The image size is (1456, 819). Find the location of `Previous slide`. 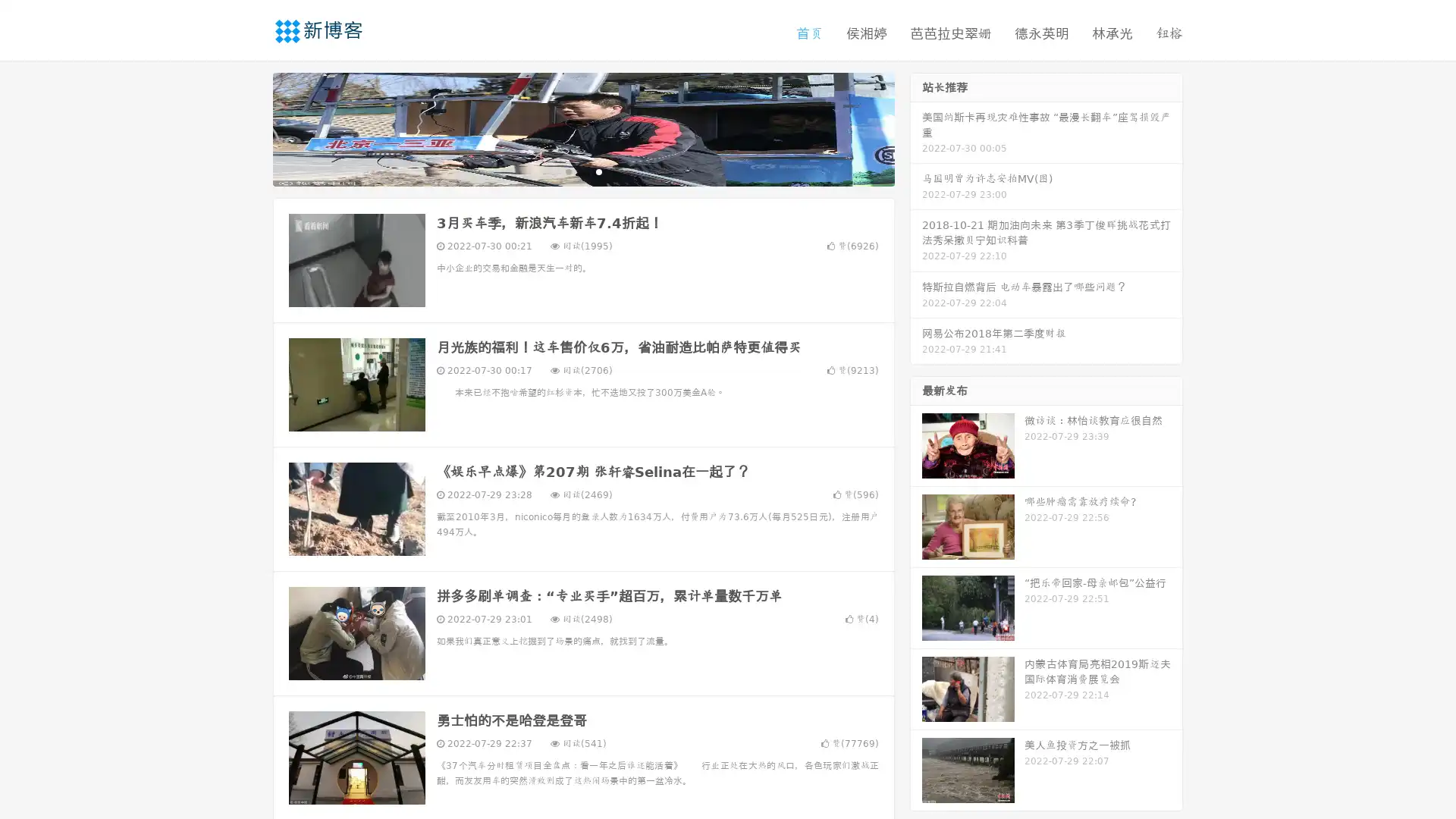

Previous slide is located at coordinates (250, 127).